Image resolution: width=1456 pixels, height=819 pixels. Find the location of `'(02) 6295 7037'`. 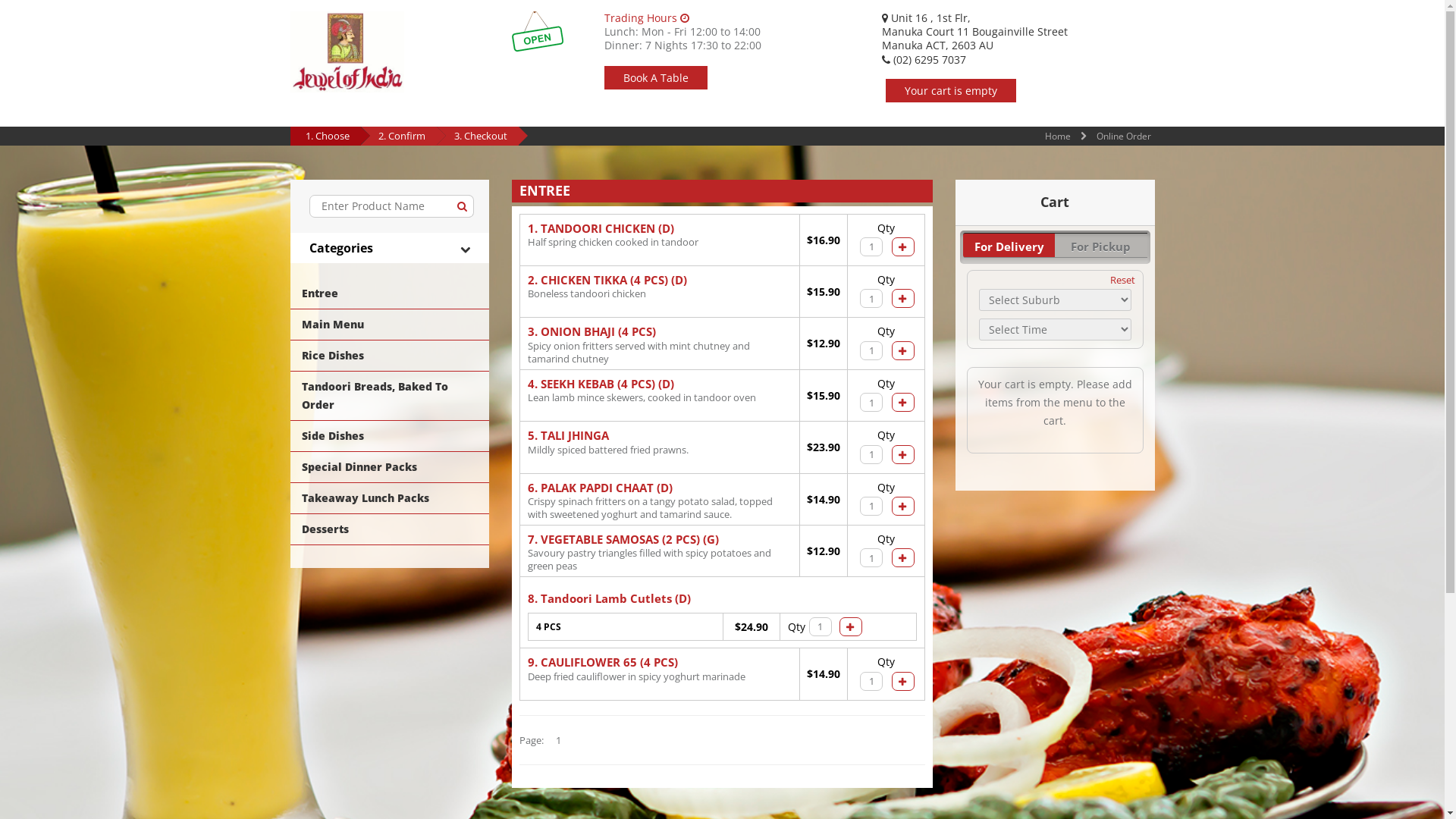

'(02) 6295 7037' is located at coordinates (922, 58).